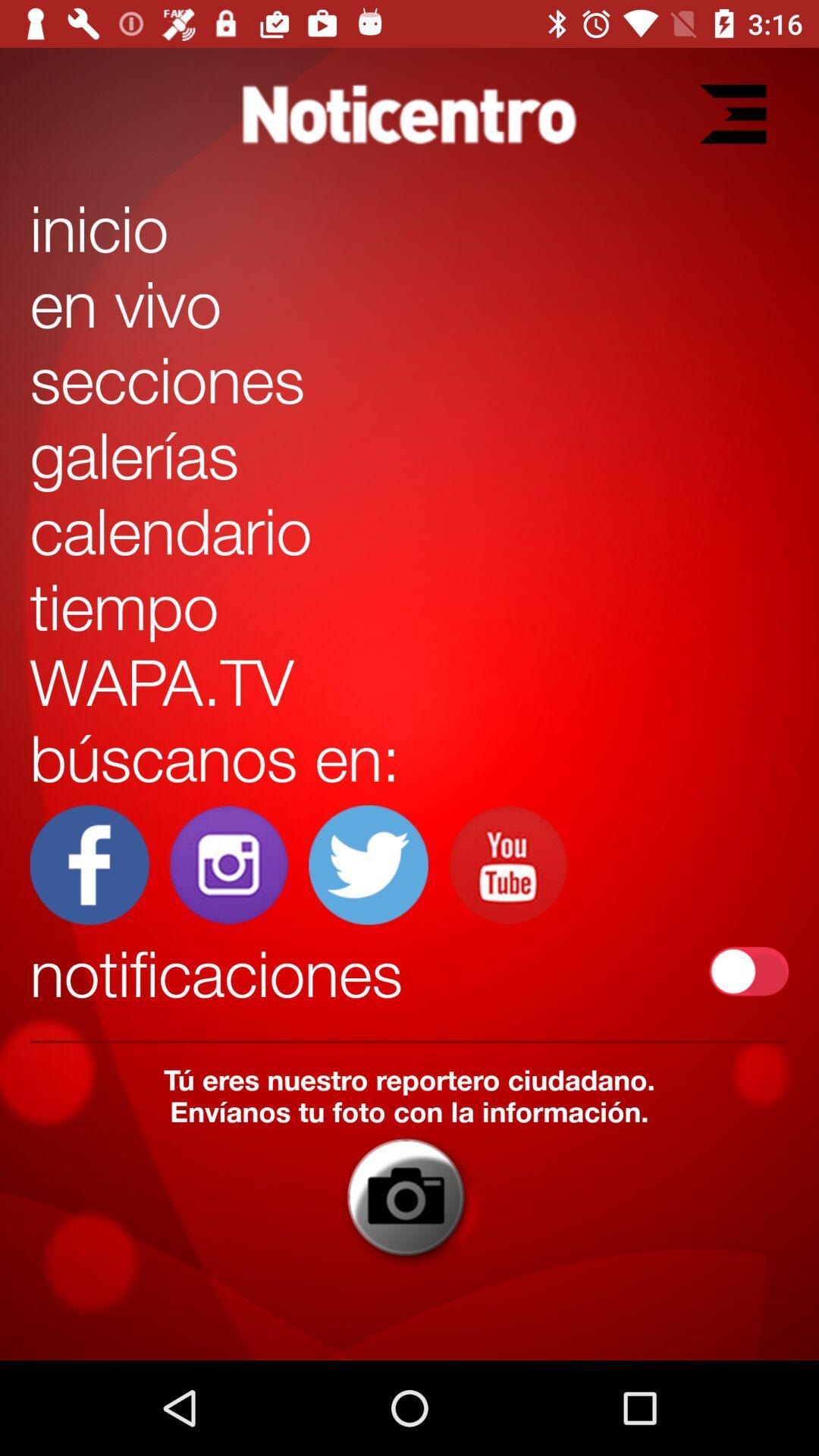 Image resolution: width=819 pixels, height=1456 pixels. Describe the element at coordinates (732, 112) in the screenshot. I see `menu icon` at that location.